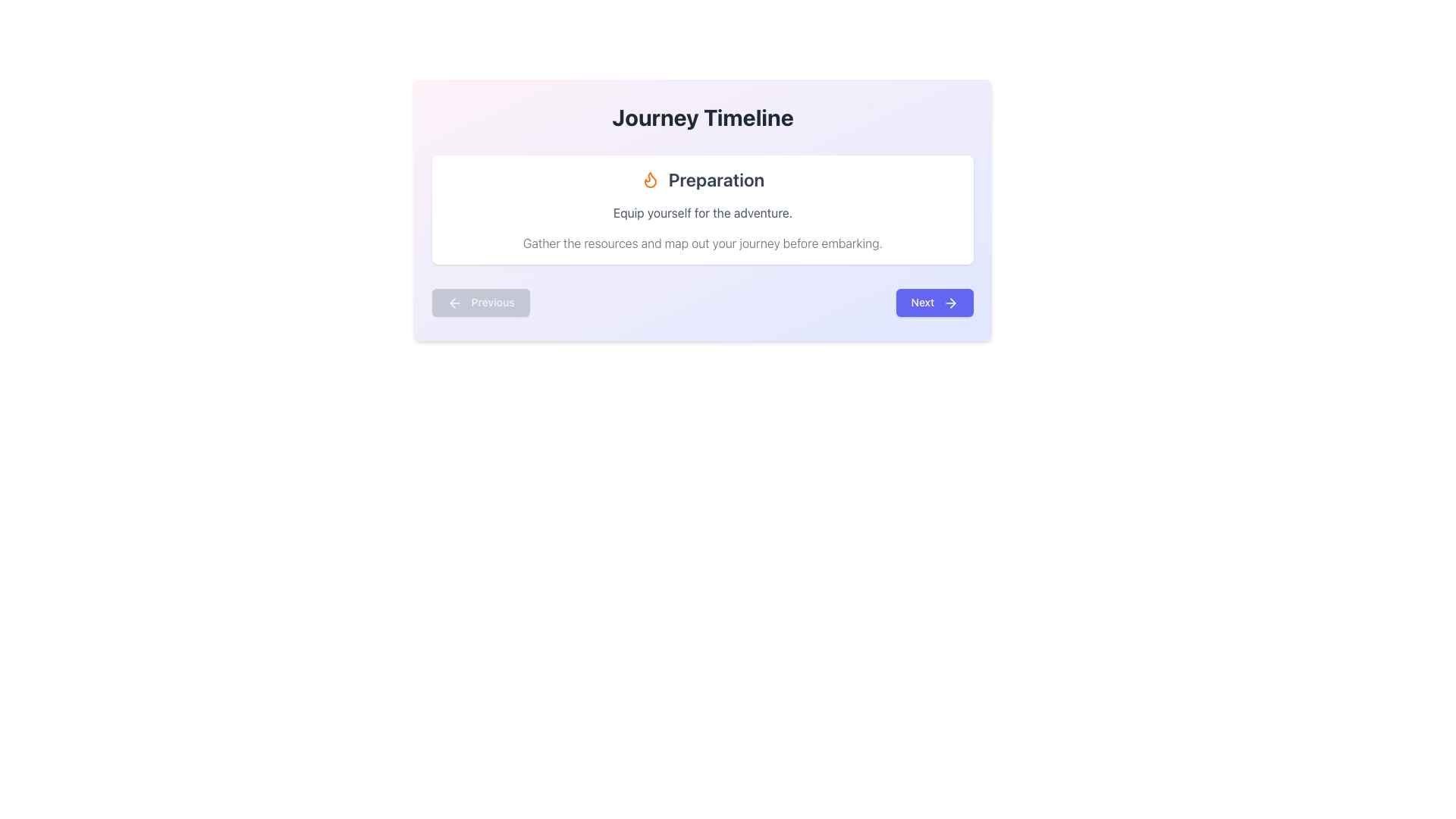 This screenshot has height=819, width=1456. I want to click on the decorative icon associated with the 'Preparation' phase, which is centrally positioned within a white card-like area, directly to the left of the 'Preparation' text, so click(650, 179).